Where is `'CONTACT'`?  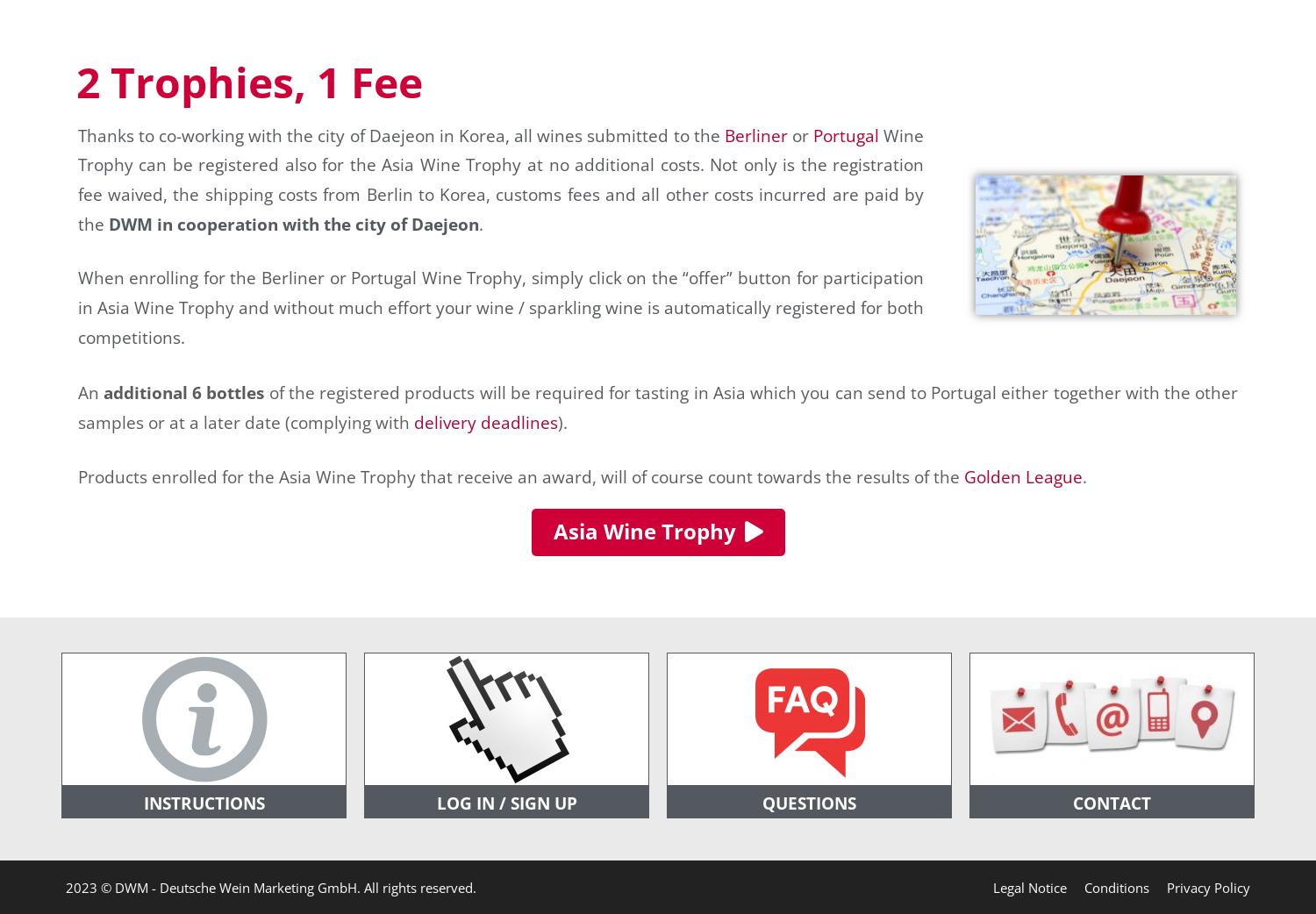 'CONTACT' is located at coordinates (1112, 802).